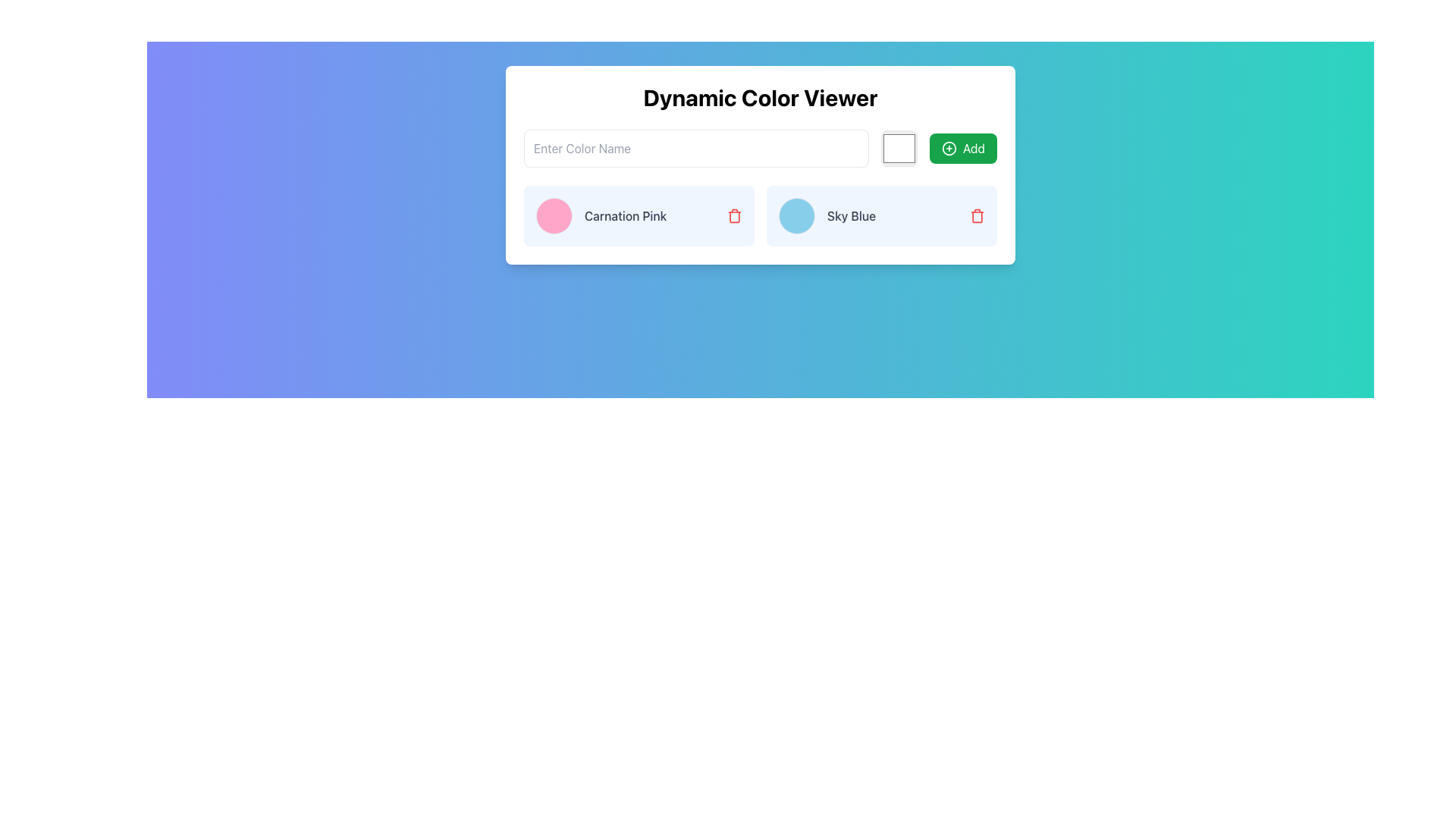 The height and width of the screenshot is (819, 1456). What do you see at coordinates (949, 149) in the screenshot?
I see `the circular outline element that is part of a circular plus sign icon, located to the right of the 'Enter Color Name' input box and adjacent to the green 'Add' button` at bounding box center [949, 149].